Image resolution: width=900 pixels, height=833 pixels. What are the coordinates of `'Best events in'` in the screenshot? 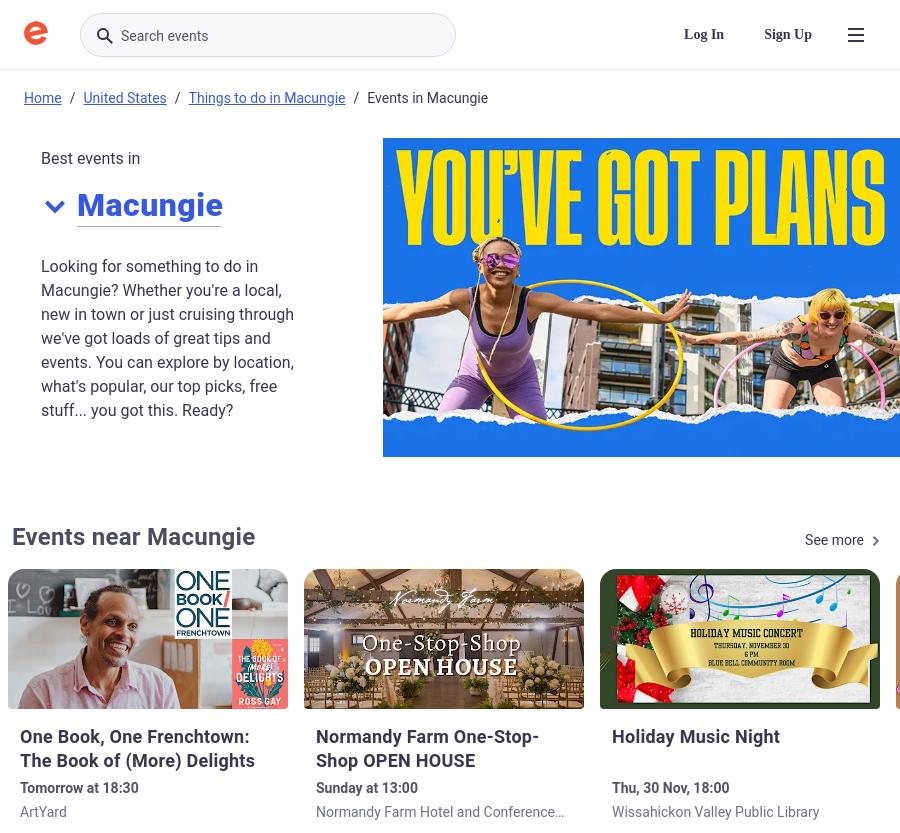 It's located at (89, 157).